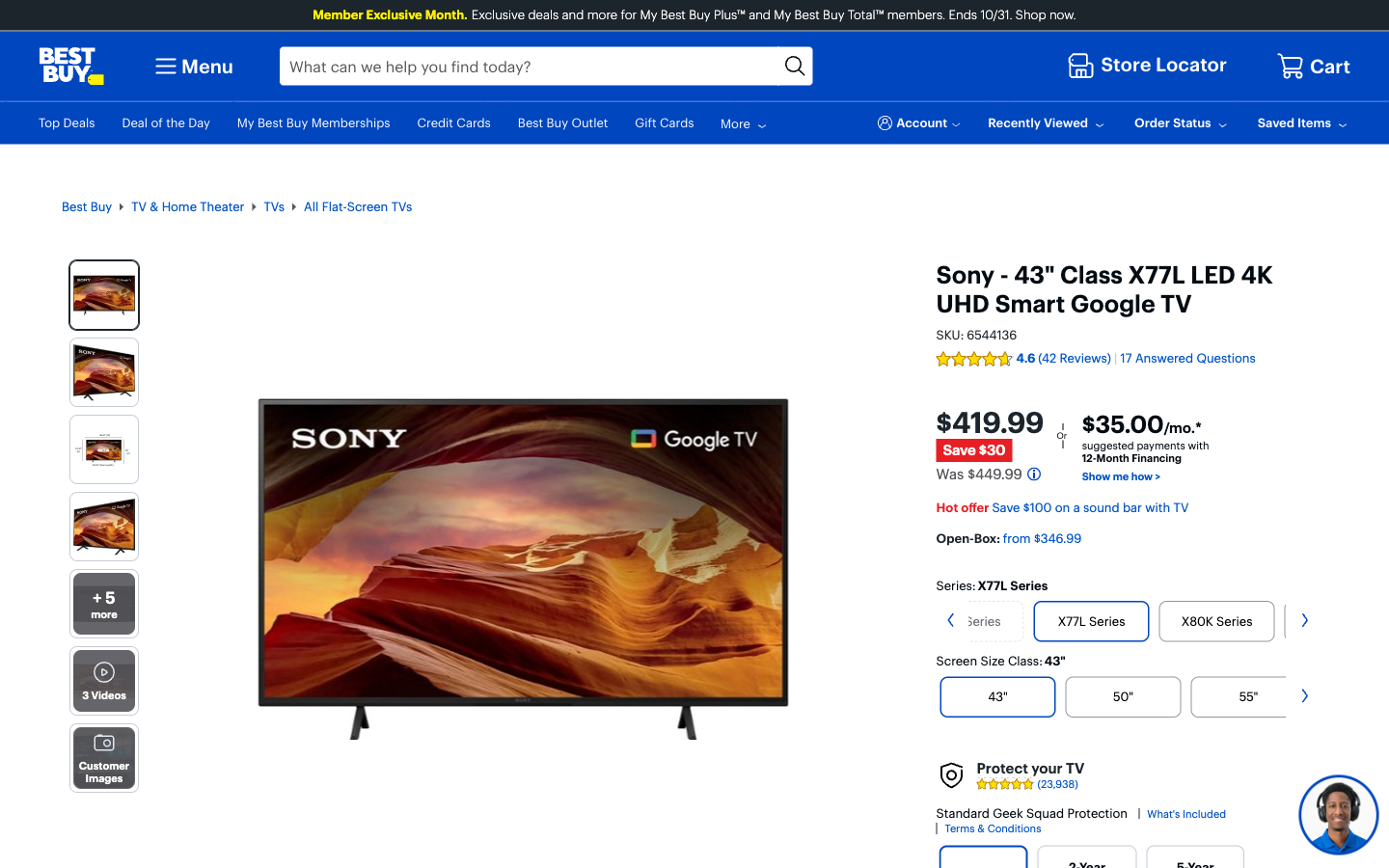 The height and width of the screenshot is (868, 1389). What do you see at coordinates (71, 66) in the screenshot?
I see `the main page of Best Buy by selecting the top left symbol` at bounding box center [71, 66].